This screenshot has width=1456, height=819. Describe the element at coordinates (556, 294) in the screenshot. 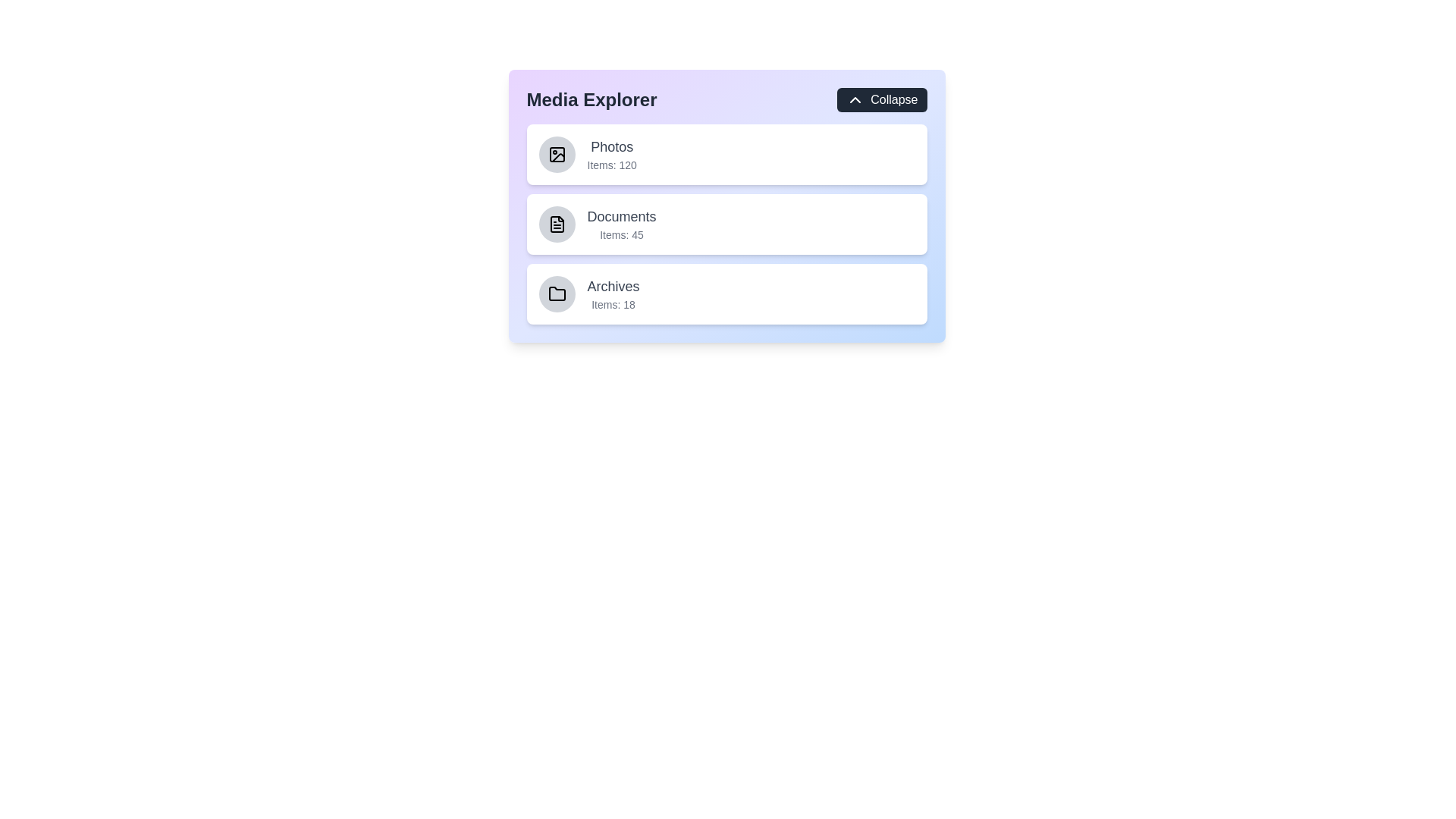

I see `the icon representing the Archives category` at that location.